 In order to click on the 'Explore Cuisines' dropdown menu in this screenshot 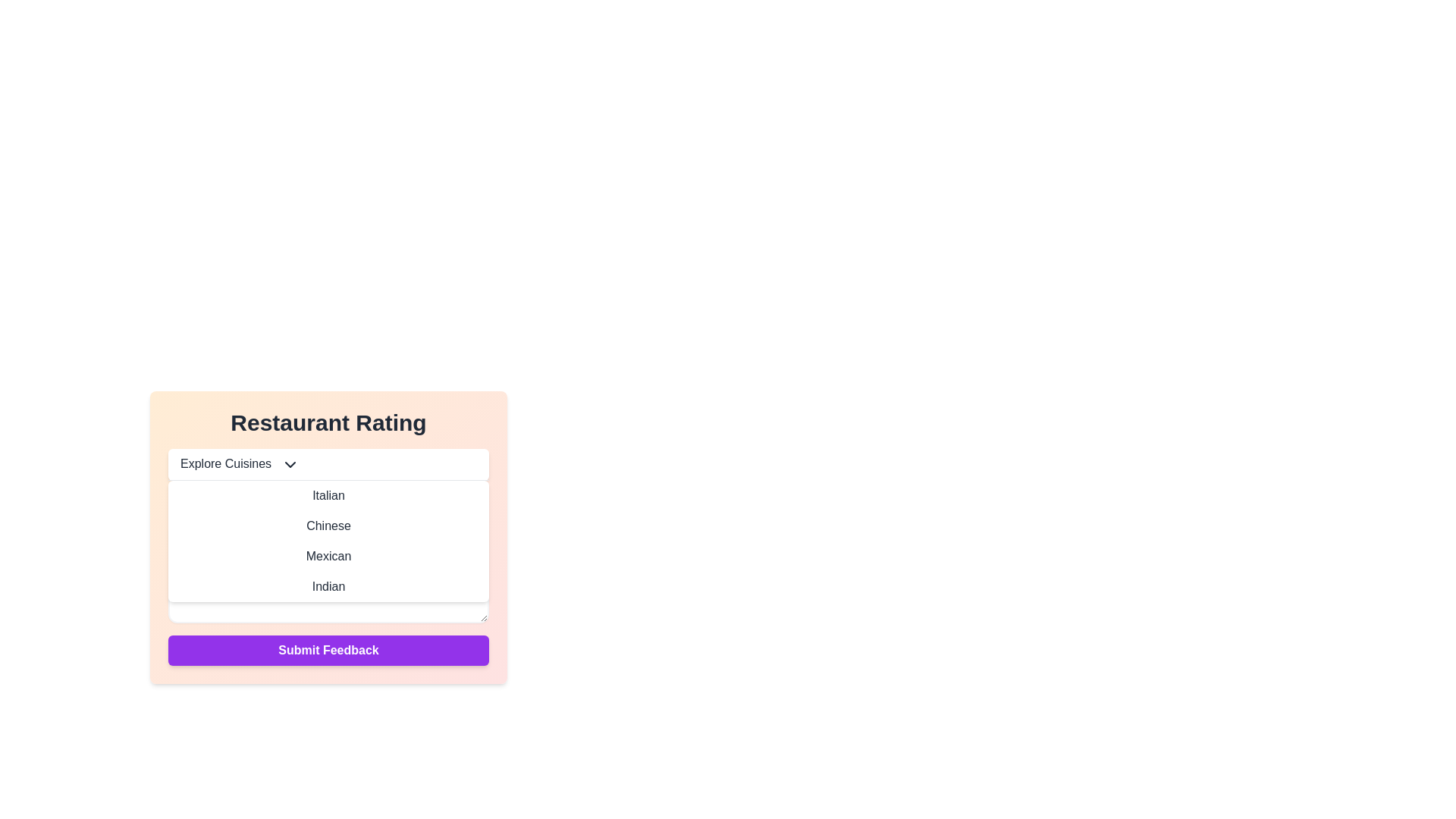, I will do `click(328, 463)`.